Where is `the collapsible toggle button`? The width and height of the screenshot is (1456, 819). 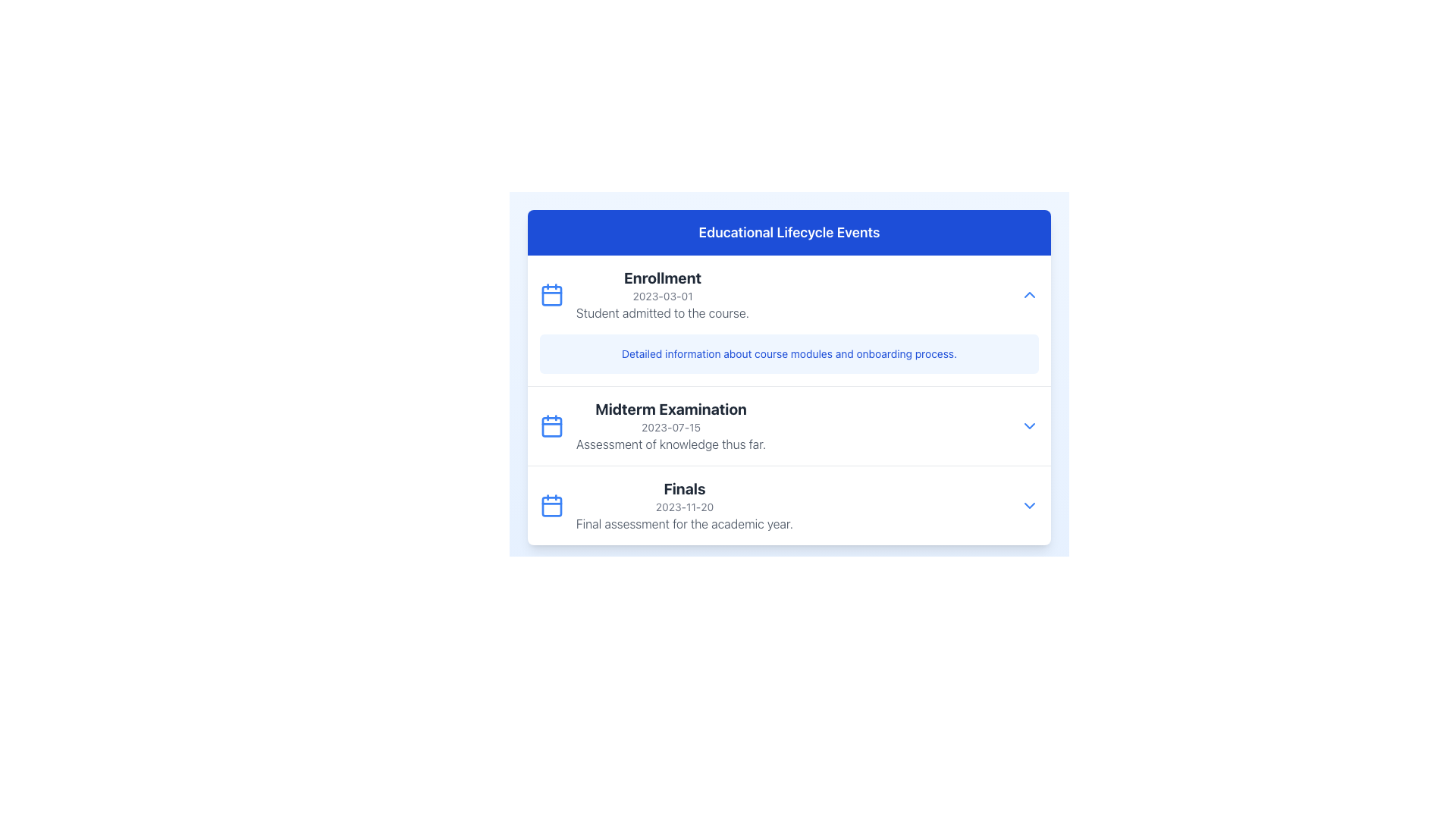 the collapsible toggle button is located at coordinates (1030, 295).